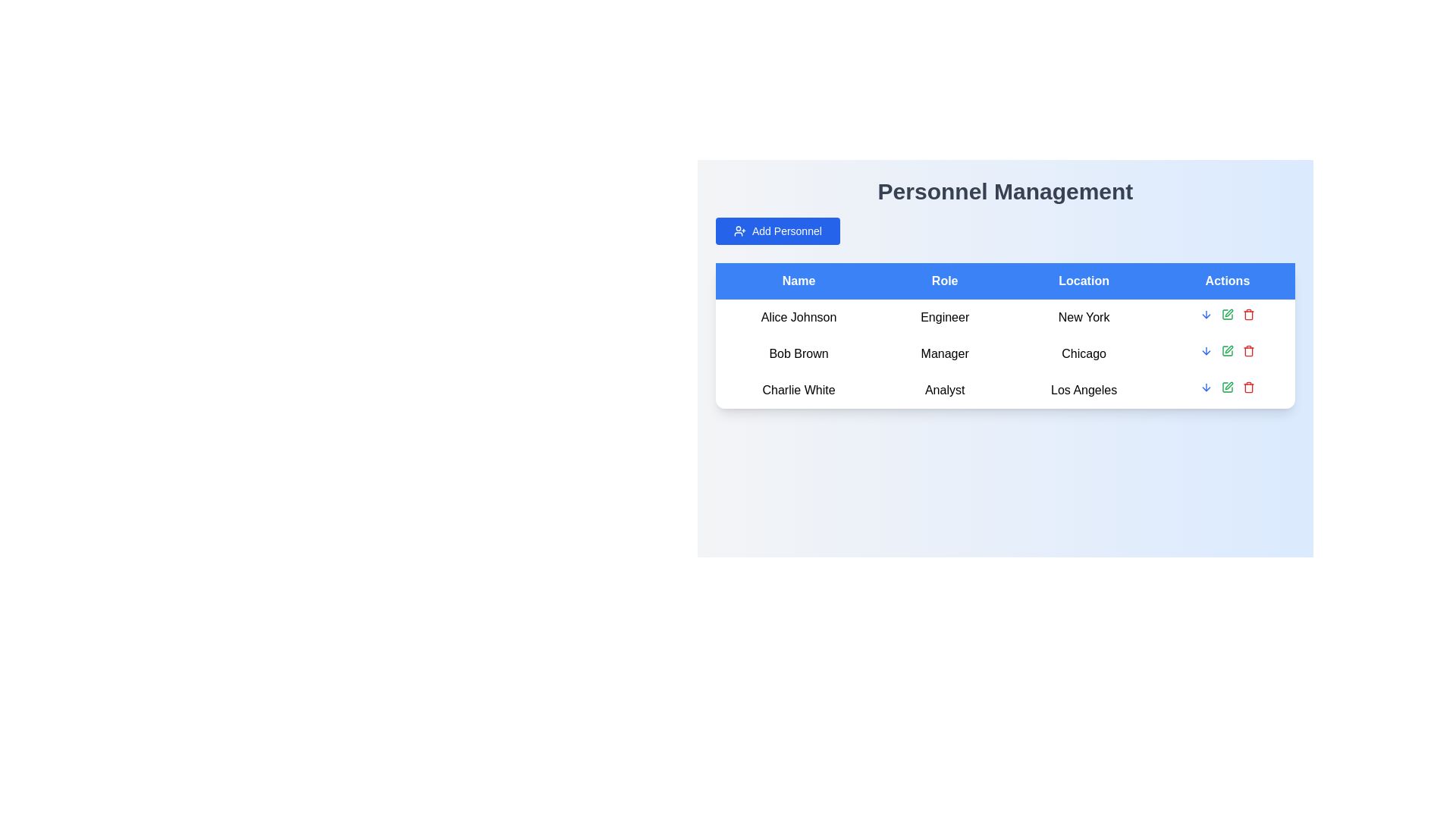 This screenshot has width=1456, height=819. I want to click on the text label displaying 'Bob Brown', which is located in the second row and first column of the table under the 'Name' header, so click(798, 353).